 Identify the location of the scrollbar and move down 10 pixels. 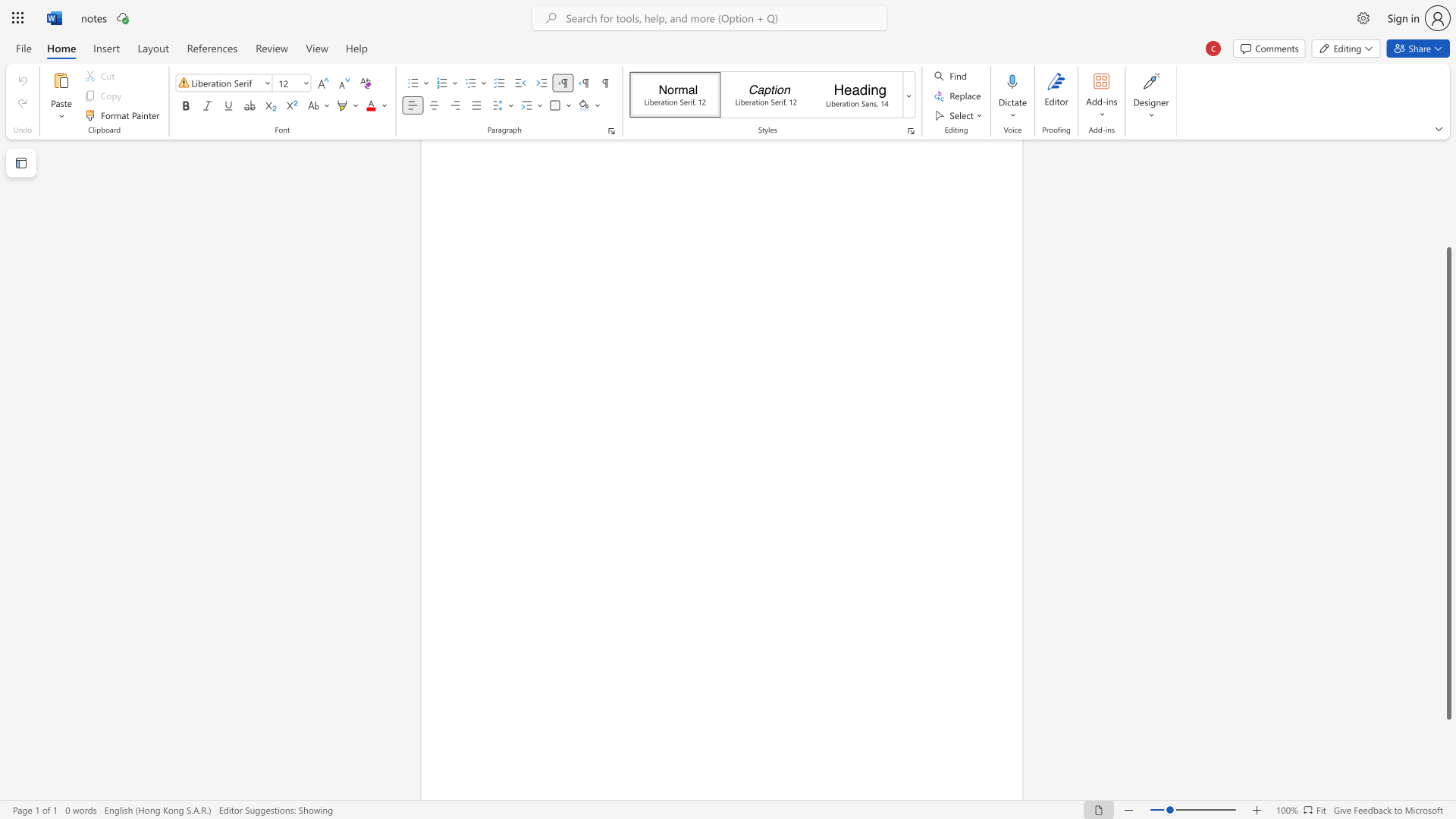
(1448, 483).